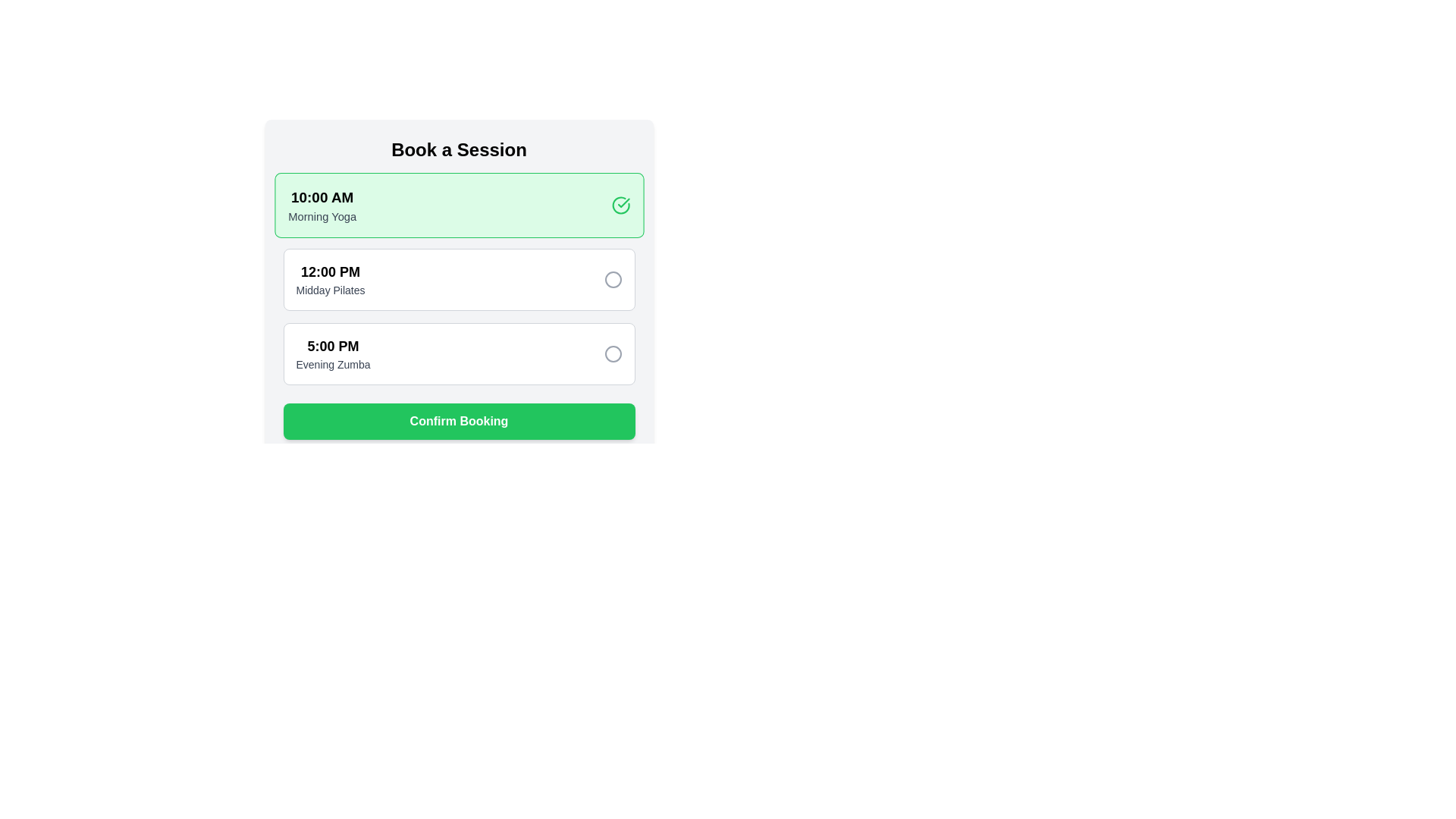 Image resolution: width=1456 pixels, height=819 pixels. Describe the element at coordinates (330, 271) in the screenshot. I see `time displayed in the bold text label showing '12:00 PM' located above 'Midday Pilates' in the 'Book a Session' interface` at that location.